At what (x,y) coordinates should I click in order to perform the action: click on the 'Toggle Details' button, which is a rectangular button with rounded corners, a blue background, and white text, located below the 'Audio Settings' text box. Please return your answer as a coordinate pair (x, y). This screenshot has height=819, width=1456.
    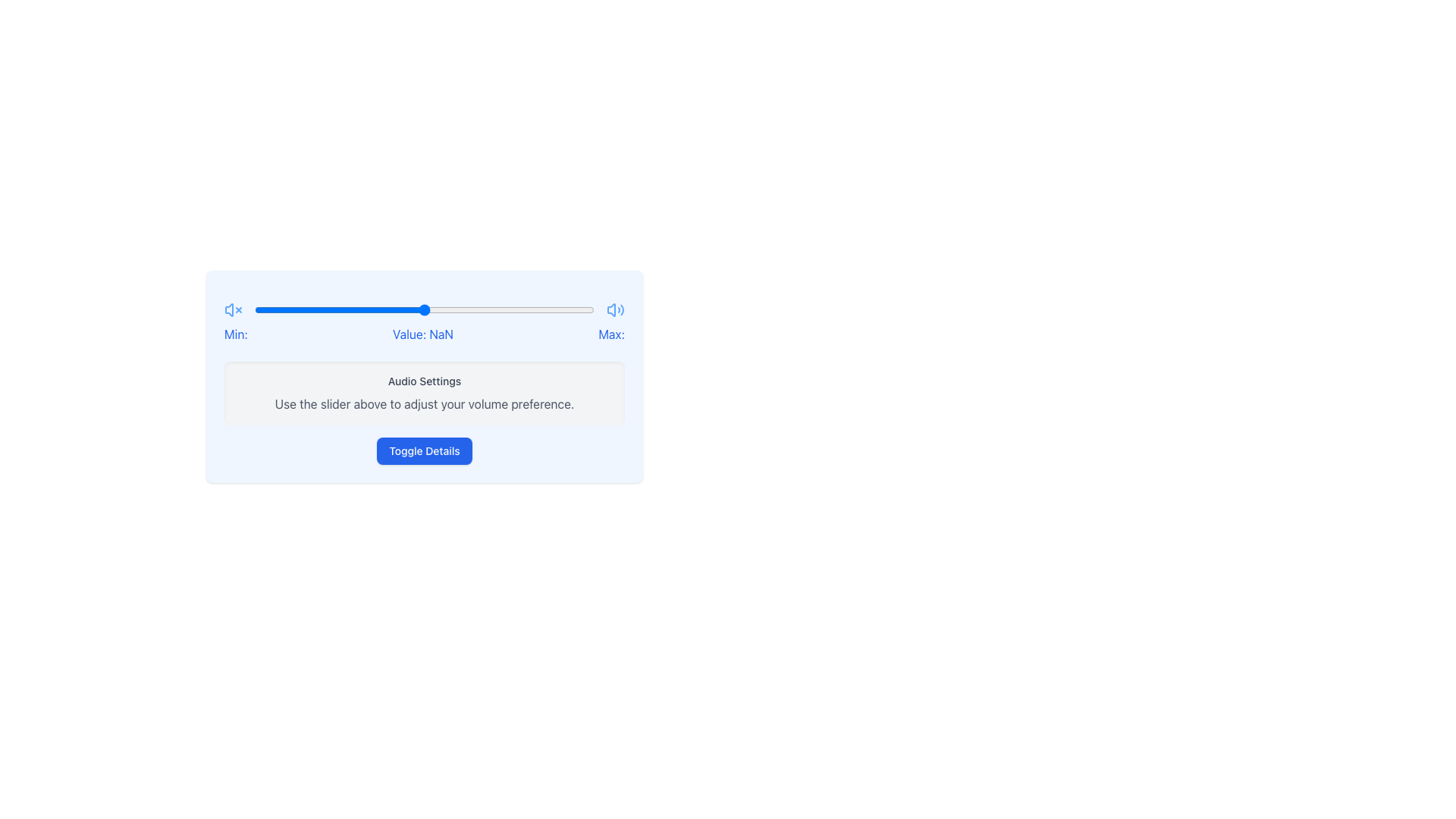
    Looking at the image, I should click on (425, 450).